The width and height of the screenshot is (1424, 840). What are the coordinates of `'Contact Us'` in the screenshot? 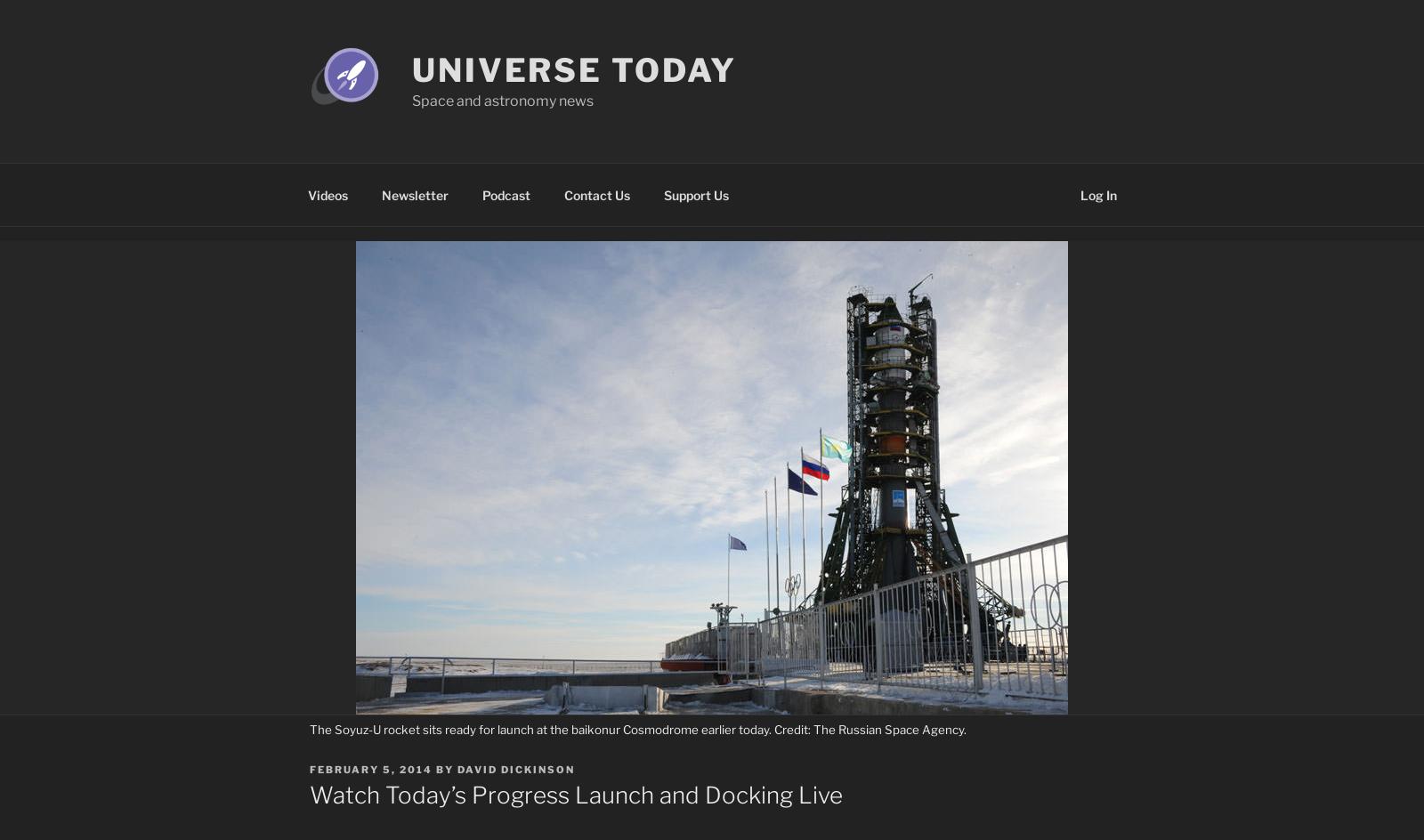 It's located at (596, 193).